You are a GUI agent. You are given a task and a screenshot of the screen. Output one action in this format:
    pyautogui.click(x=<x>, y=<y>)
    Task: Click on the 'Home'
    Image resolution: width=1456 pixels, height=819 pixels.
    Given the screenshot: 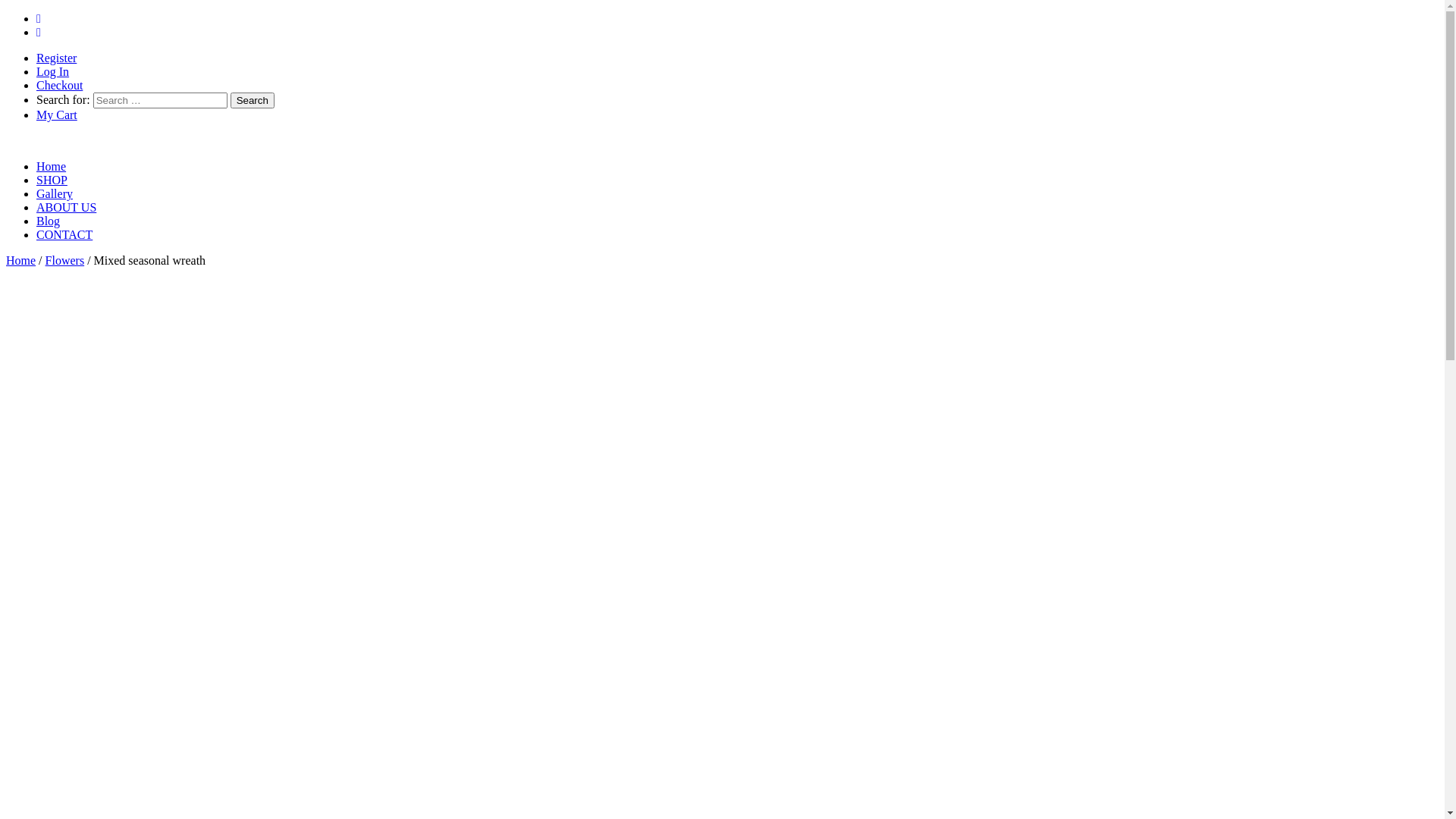 What is the action you would take?
    pyautogui.click(x=51, y=166)
    